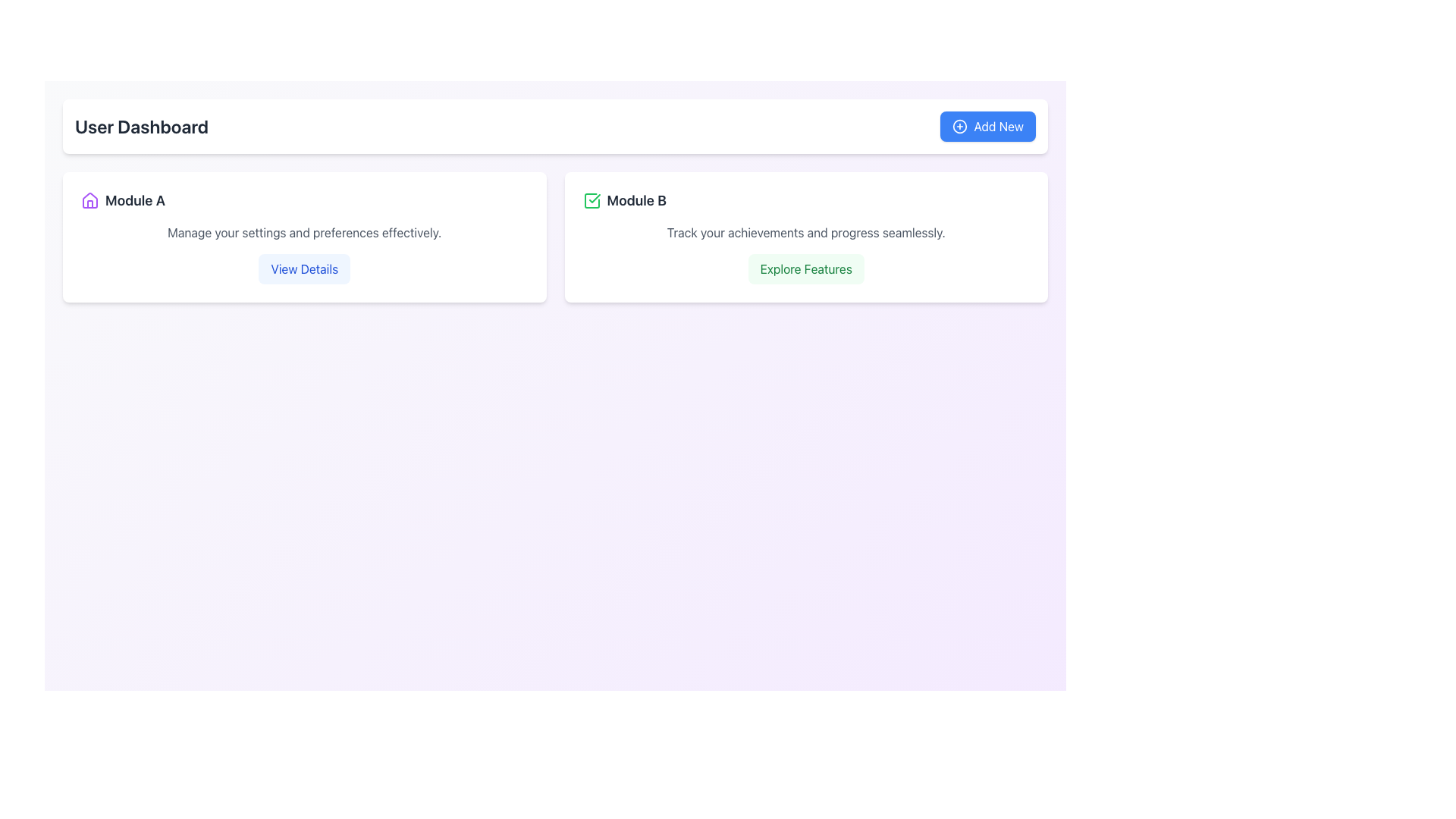 Image resolution: width=1456 pixels, height=819 pixels. I want to click on the purple house icon located to the left of the 'Module A' label at the top-left corner of the card, so click(89, 200).